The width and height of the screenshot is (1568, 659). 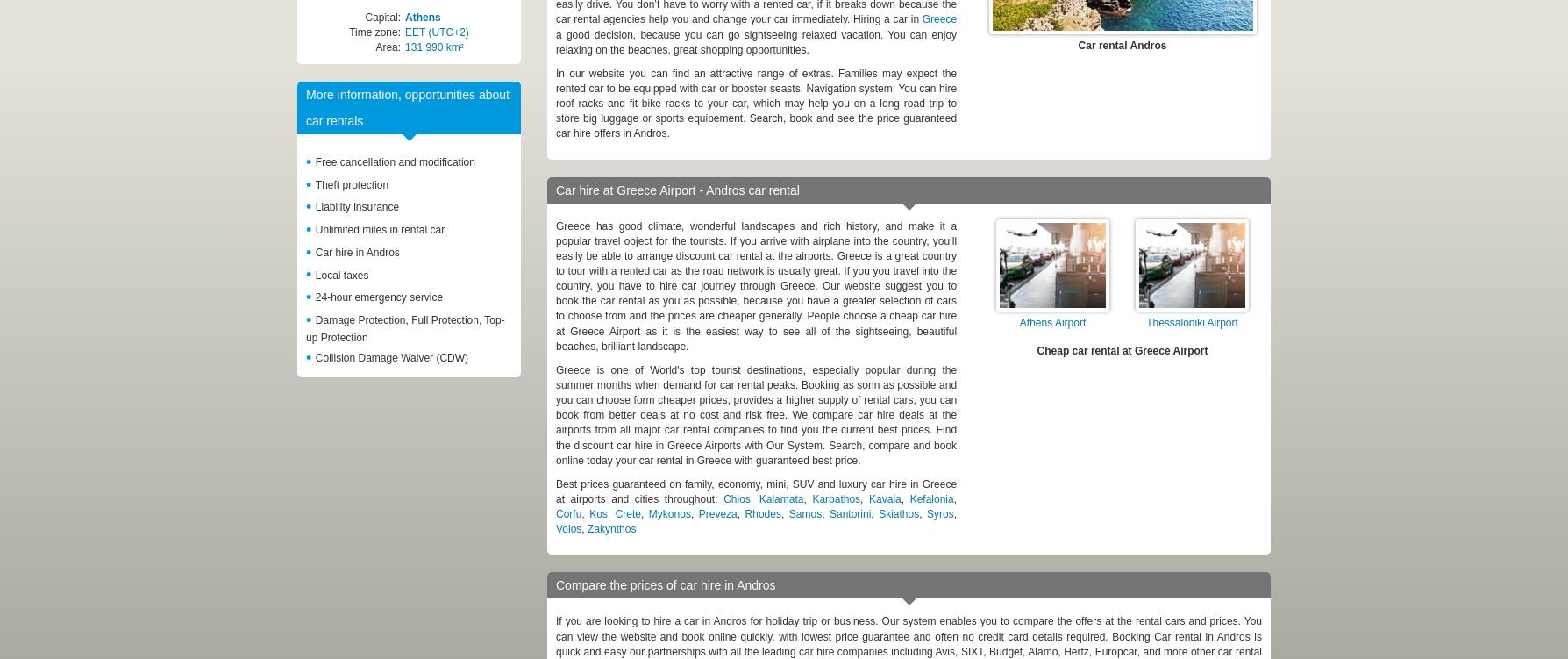 What do you see at coordinates (780, 497) in the screenshot?
I see `'Kalamata'` at bounding box center [780, 497].